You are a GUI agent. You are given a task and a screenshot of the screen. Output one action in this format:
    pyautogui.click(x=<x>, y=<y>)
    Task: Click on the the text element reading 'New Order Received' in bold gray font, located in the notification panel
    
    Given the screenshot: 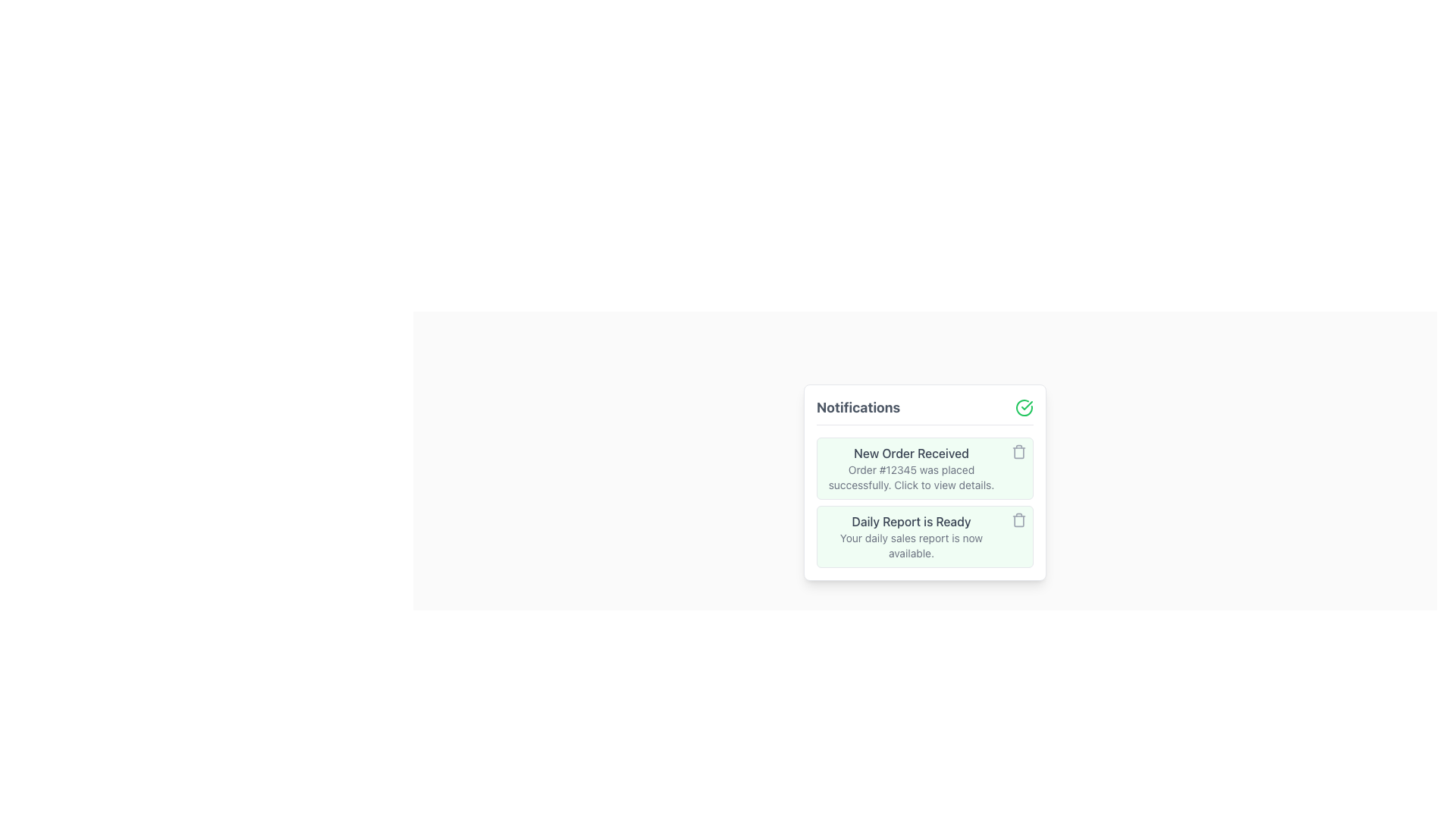 What is the action you would take?
    pyautogui.click(x=910, y=452)
    